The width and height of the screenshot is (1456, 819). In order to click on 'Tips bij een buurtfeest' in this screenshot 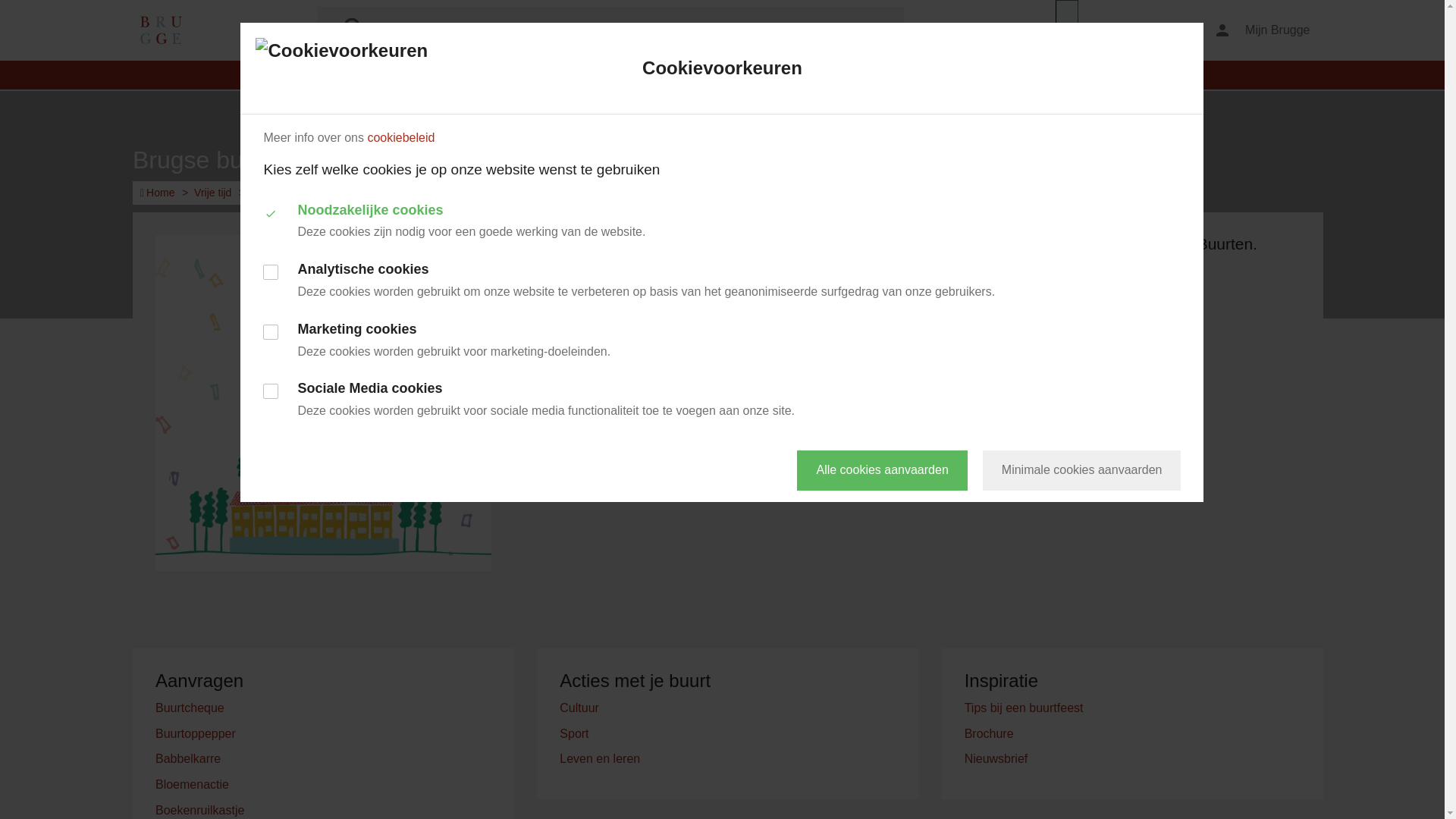, I will do `click(1024, 708)`.